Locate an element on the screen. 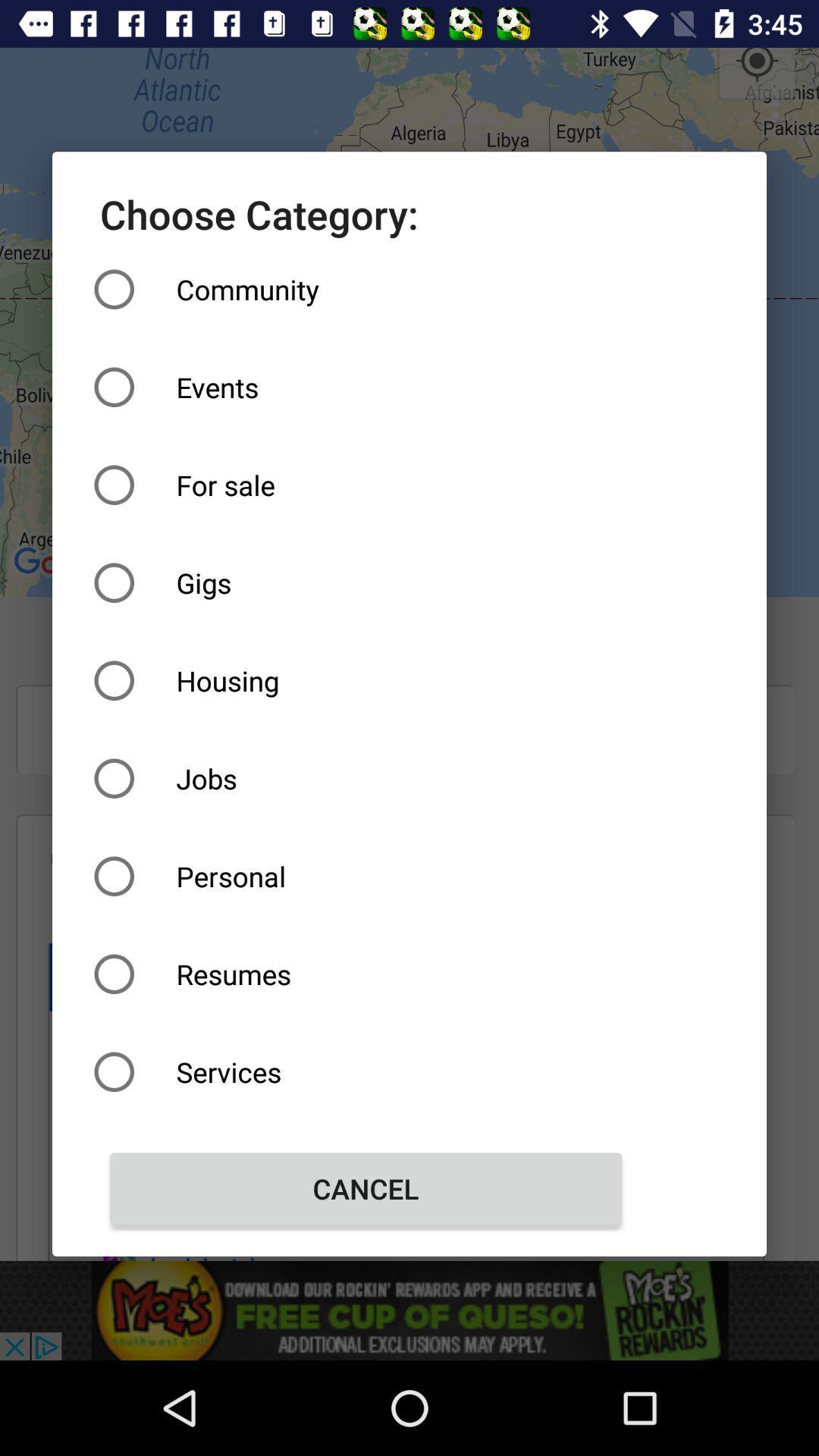 The width and height of the screenshot is (819, 1456). the item below events is located at coordinates (366, 484).